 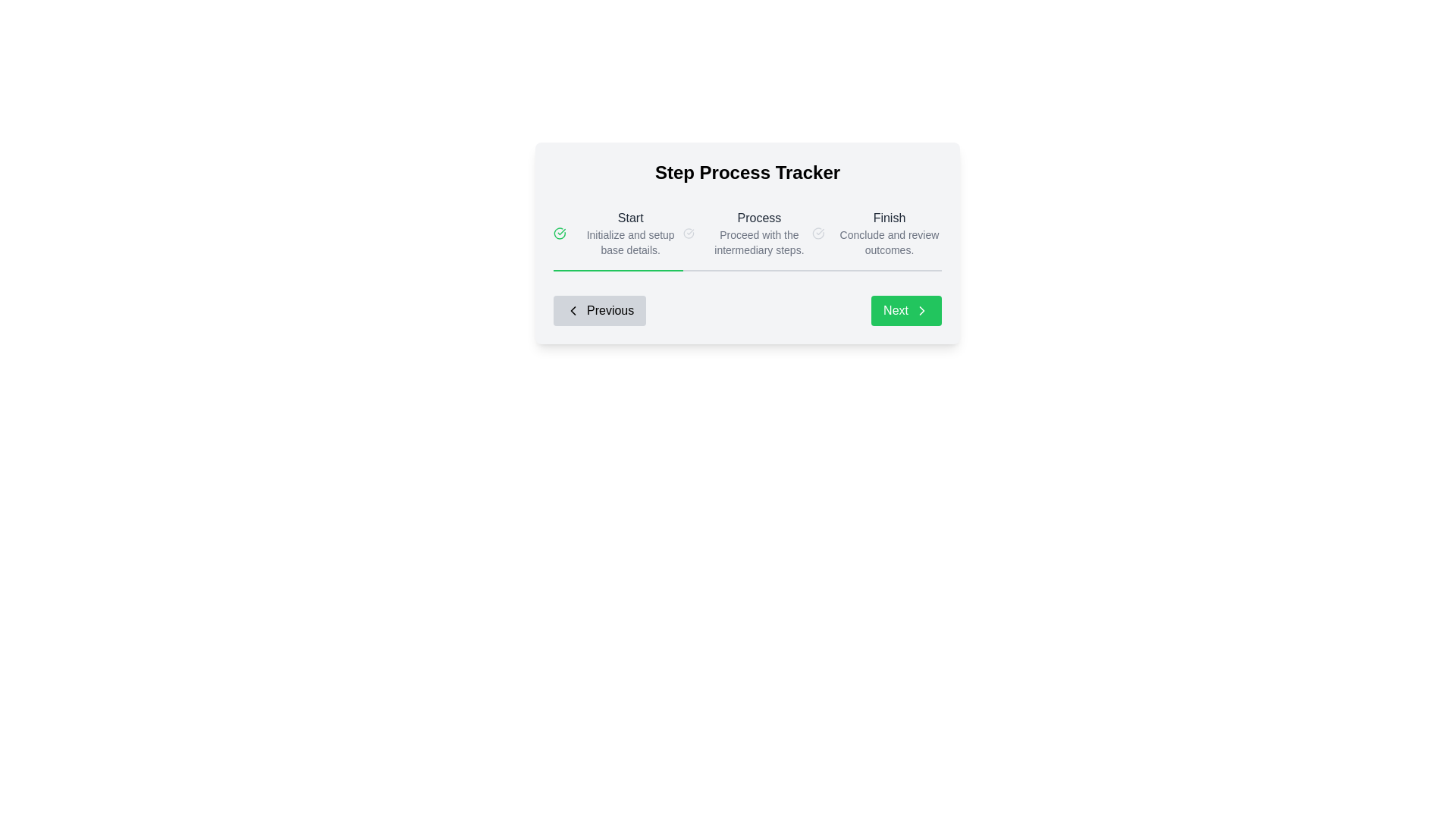 What do you see at coordinates (630, 234) in the screenshot?
I see `the first step indicator in the process tracker, which is located at the top center of the page and is left-aligned with the other steps` at bounding box center [630, 234].